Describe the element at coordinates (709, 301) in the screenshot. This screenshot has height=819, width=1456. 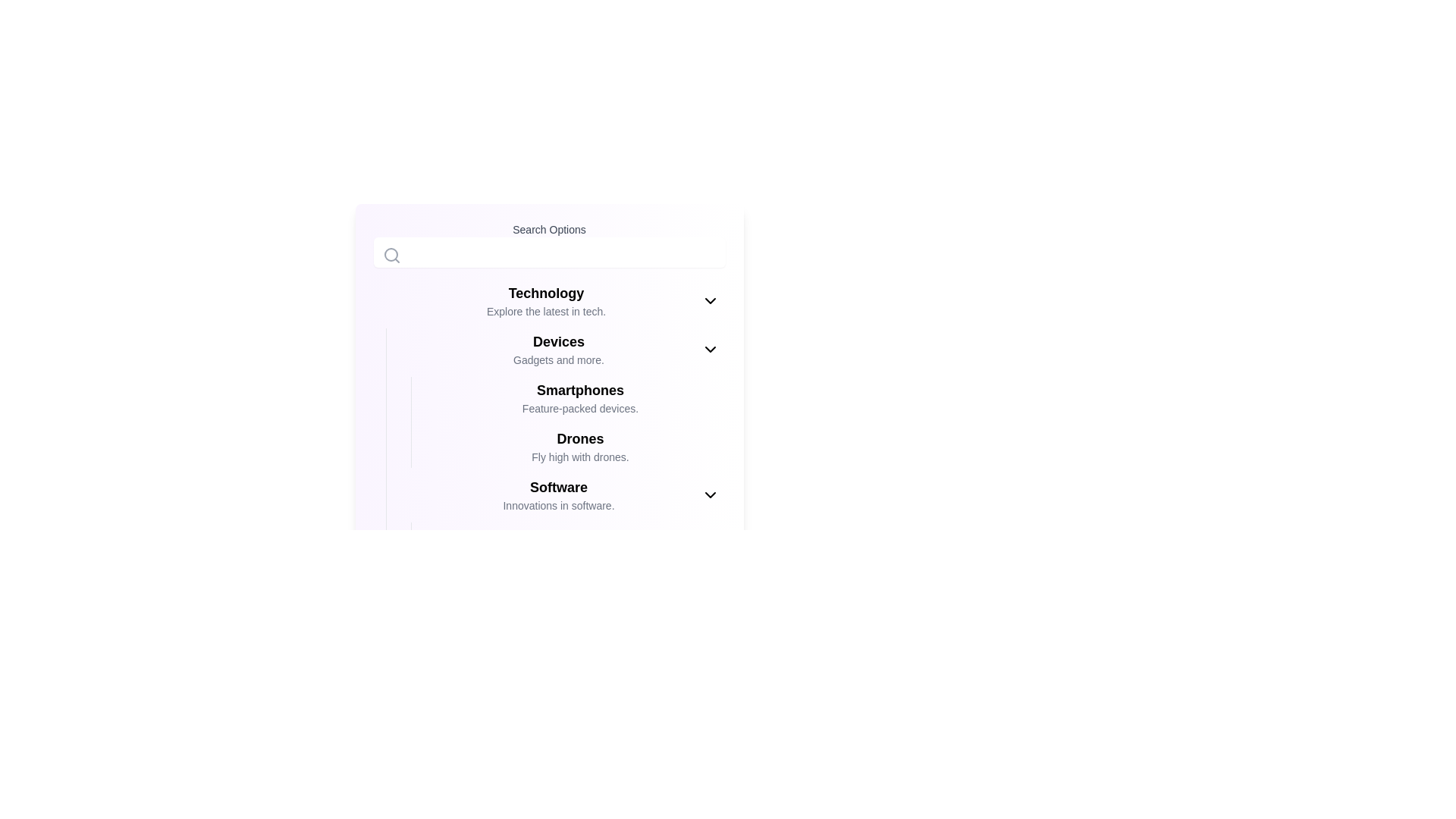
I see `the downward-facing chevron icon located at the top-right corner of the 'Technology' section` at that location.